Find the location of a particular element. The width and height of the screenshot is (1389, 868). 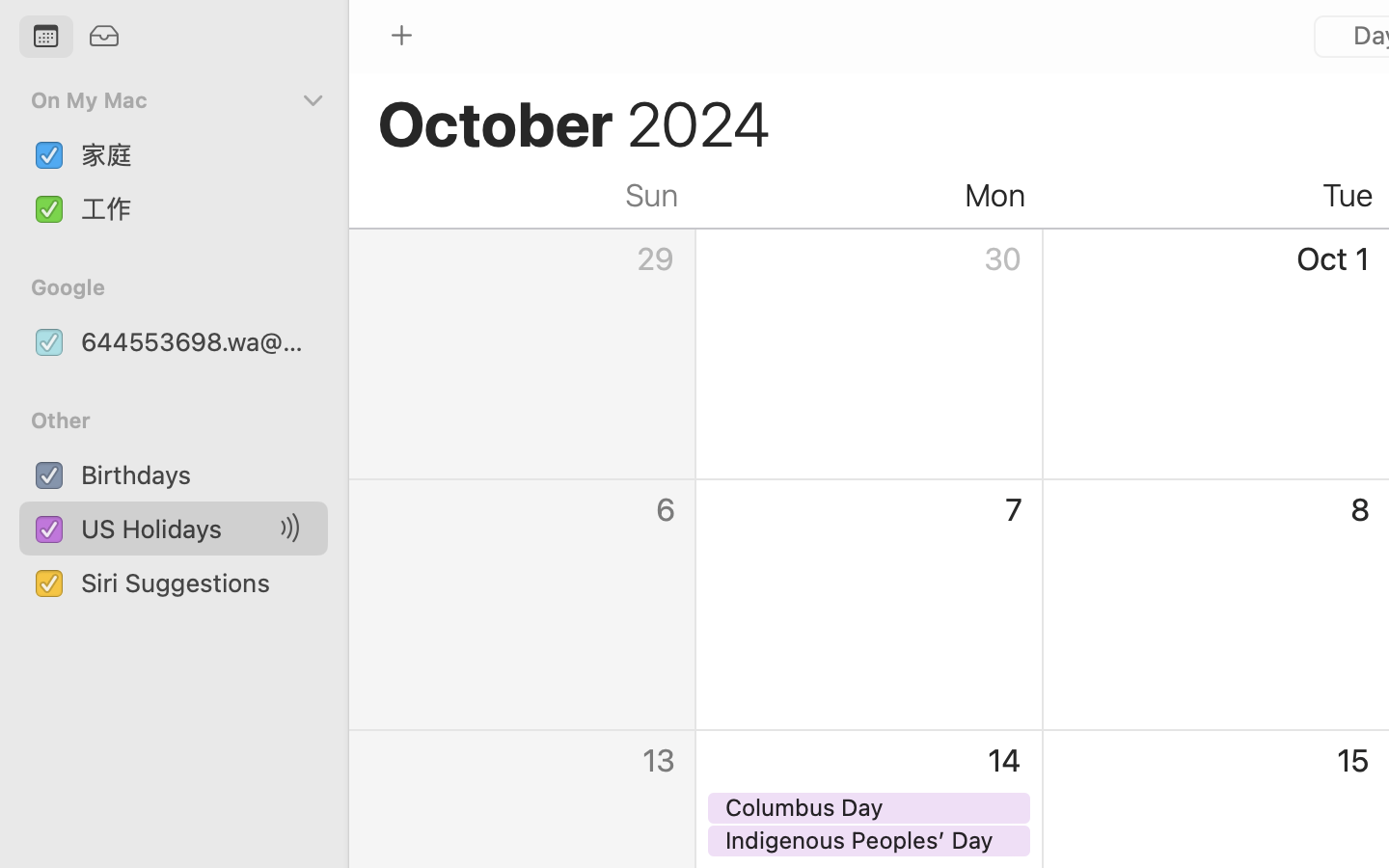

'644553698.wa@gmail.com' is located at coordinates (197, 340).